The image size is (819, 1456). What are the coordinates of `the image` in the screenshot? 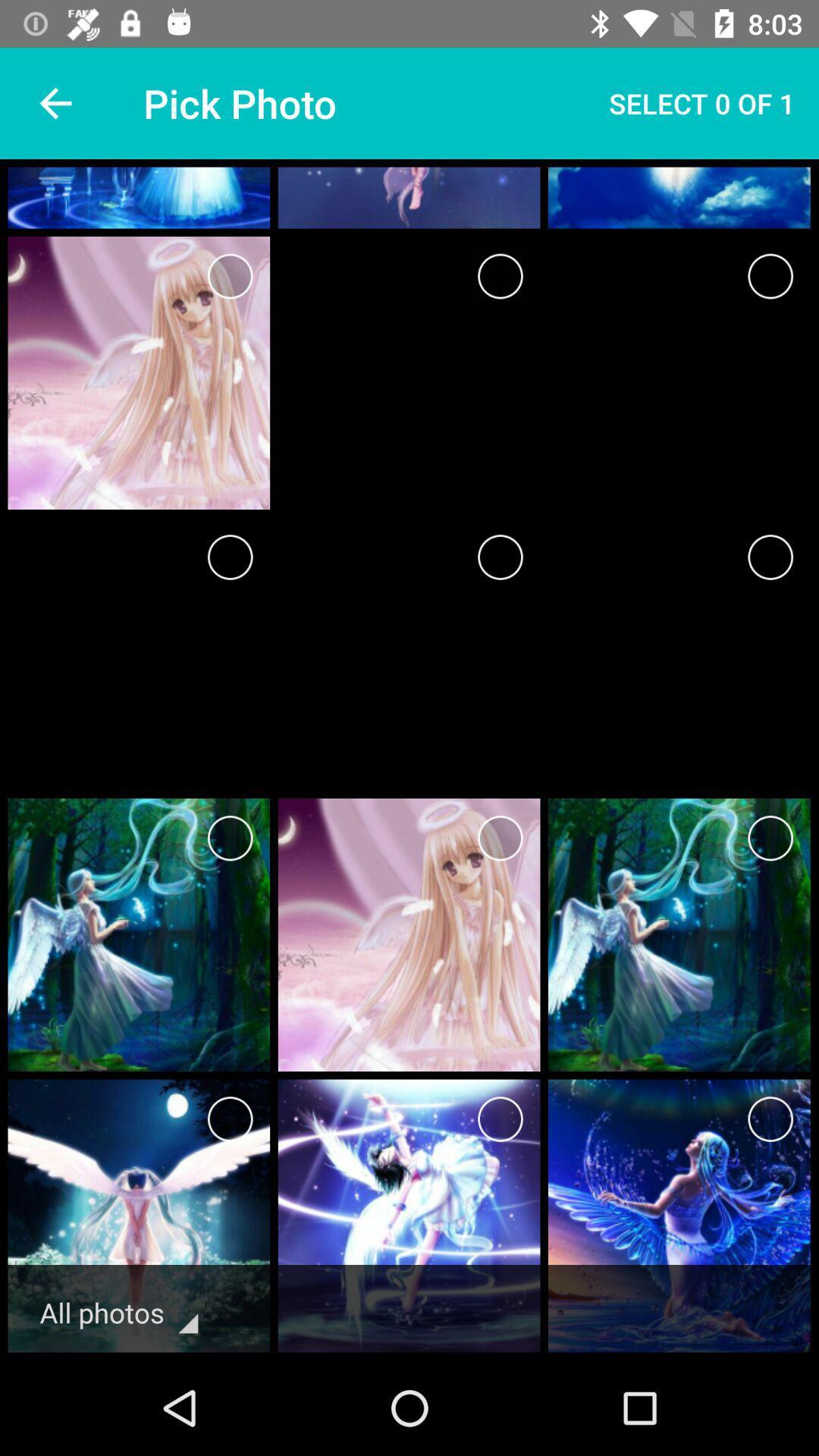 It's located at (230, 556).